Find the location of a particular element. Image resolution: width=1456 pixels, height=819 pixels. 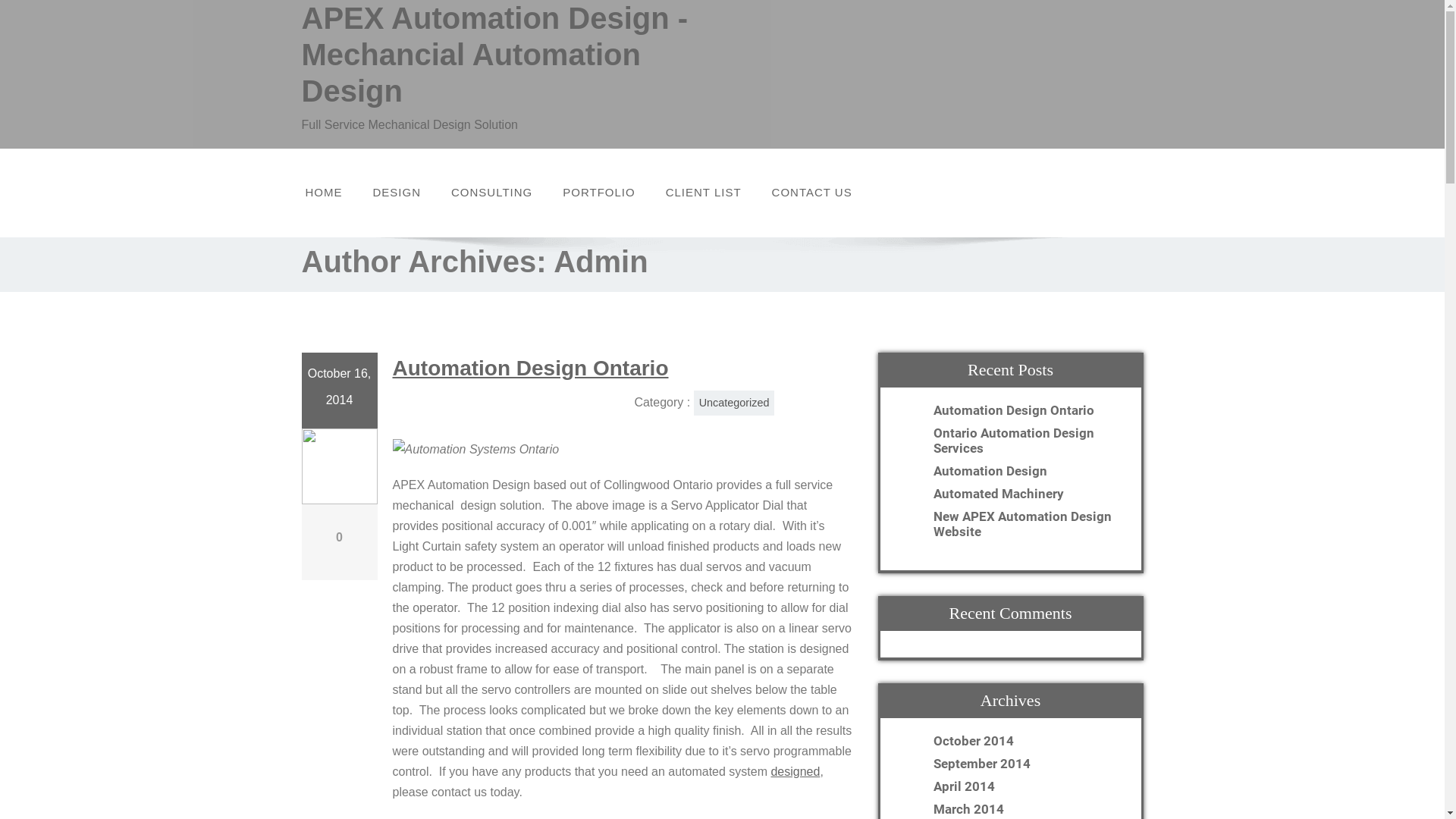

'Automation Design' is located at coordinates (1025, 469).